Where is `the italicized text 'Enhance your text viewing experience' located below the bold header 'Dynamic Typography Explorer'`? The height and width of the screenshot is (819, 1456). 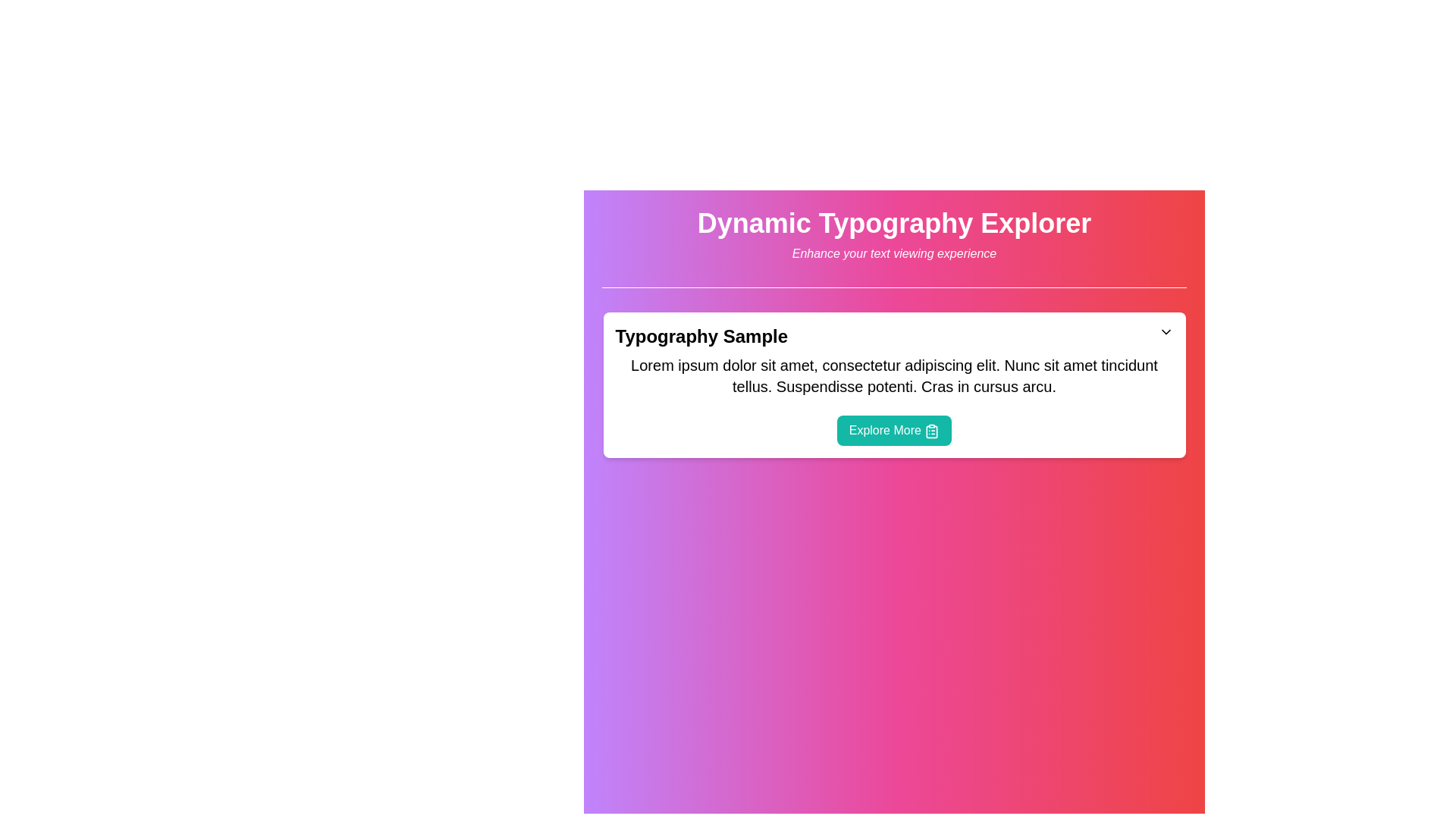 the italicized text 'Enhance your text viewing experience' located below the bold header 'Dynamic Typography Explorer' is located at coordinates (894, 253).